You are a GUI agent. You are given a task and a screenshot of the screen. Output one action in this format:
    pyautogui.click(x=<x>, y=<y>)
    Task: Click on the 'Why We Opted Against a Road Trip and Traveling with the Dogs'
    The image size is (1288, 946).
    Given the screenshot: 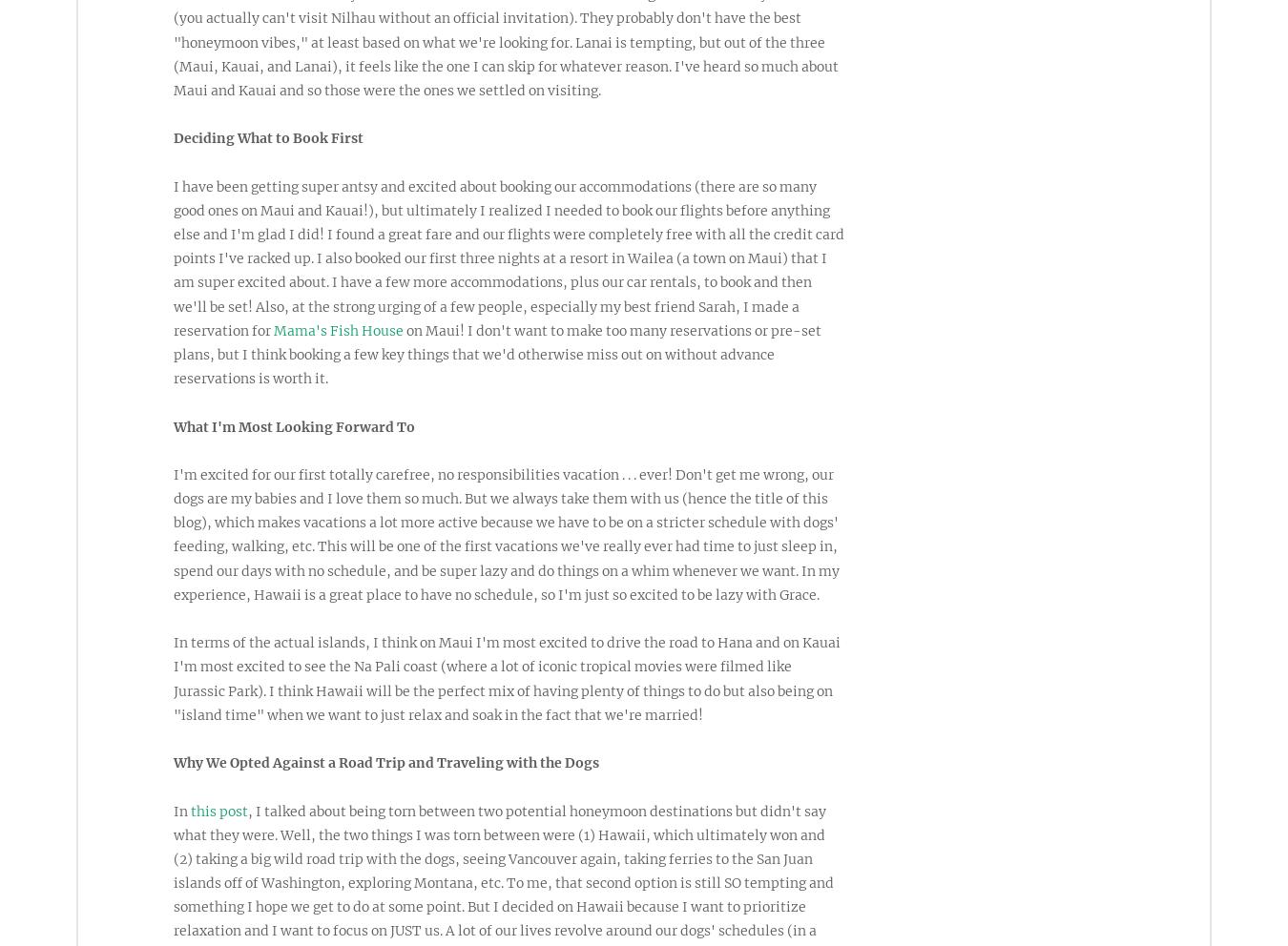 What is the action you would take?
    pyautogui.click(x=386, y=763)
    